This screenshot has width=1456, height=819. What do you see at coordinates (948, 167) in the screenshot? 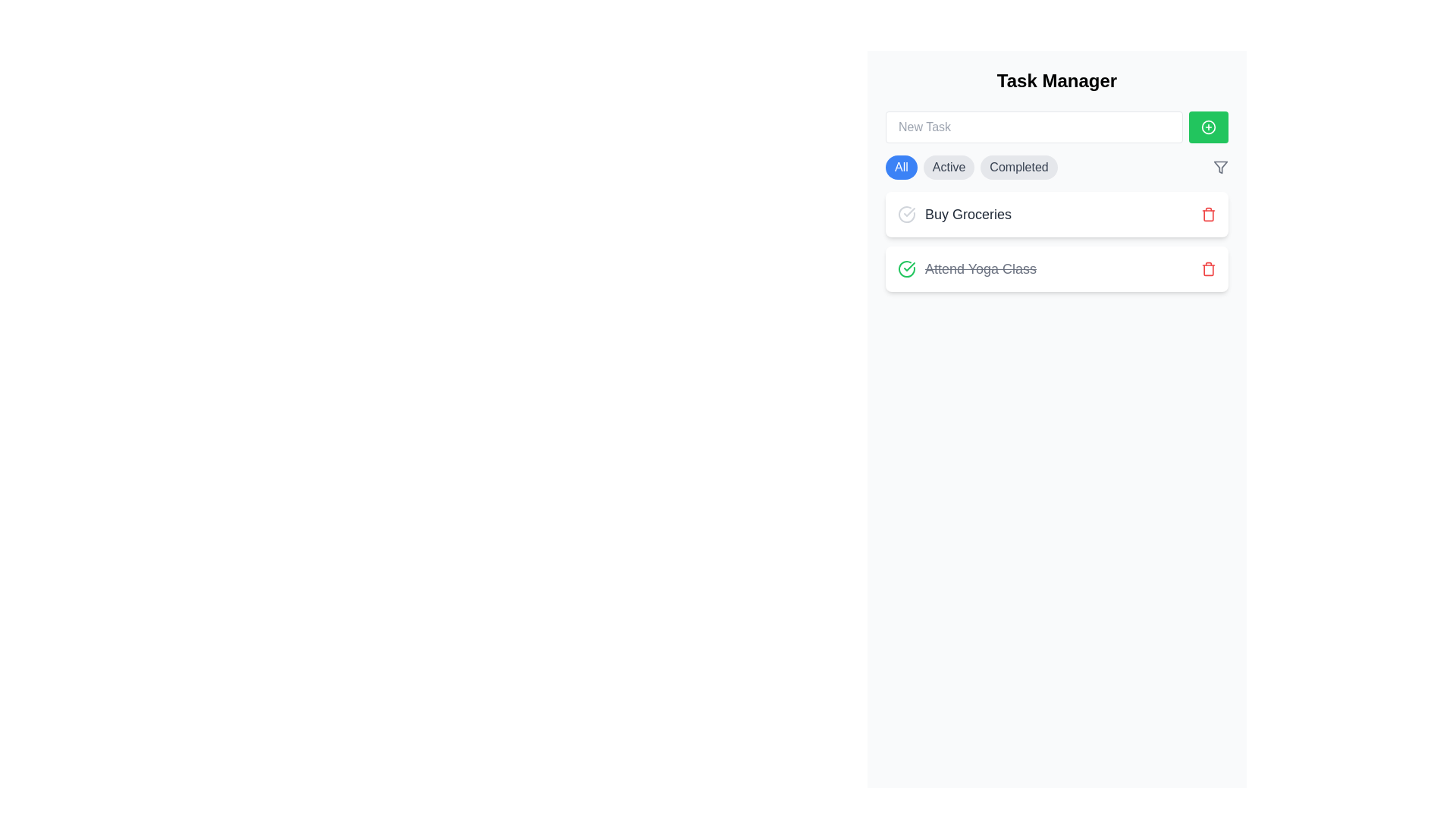
I see `the 'Active' button, which is the second button in a horizontal group near the top of the interface` at bounding box center [948, 167].